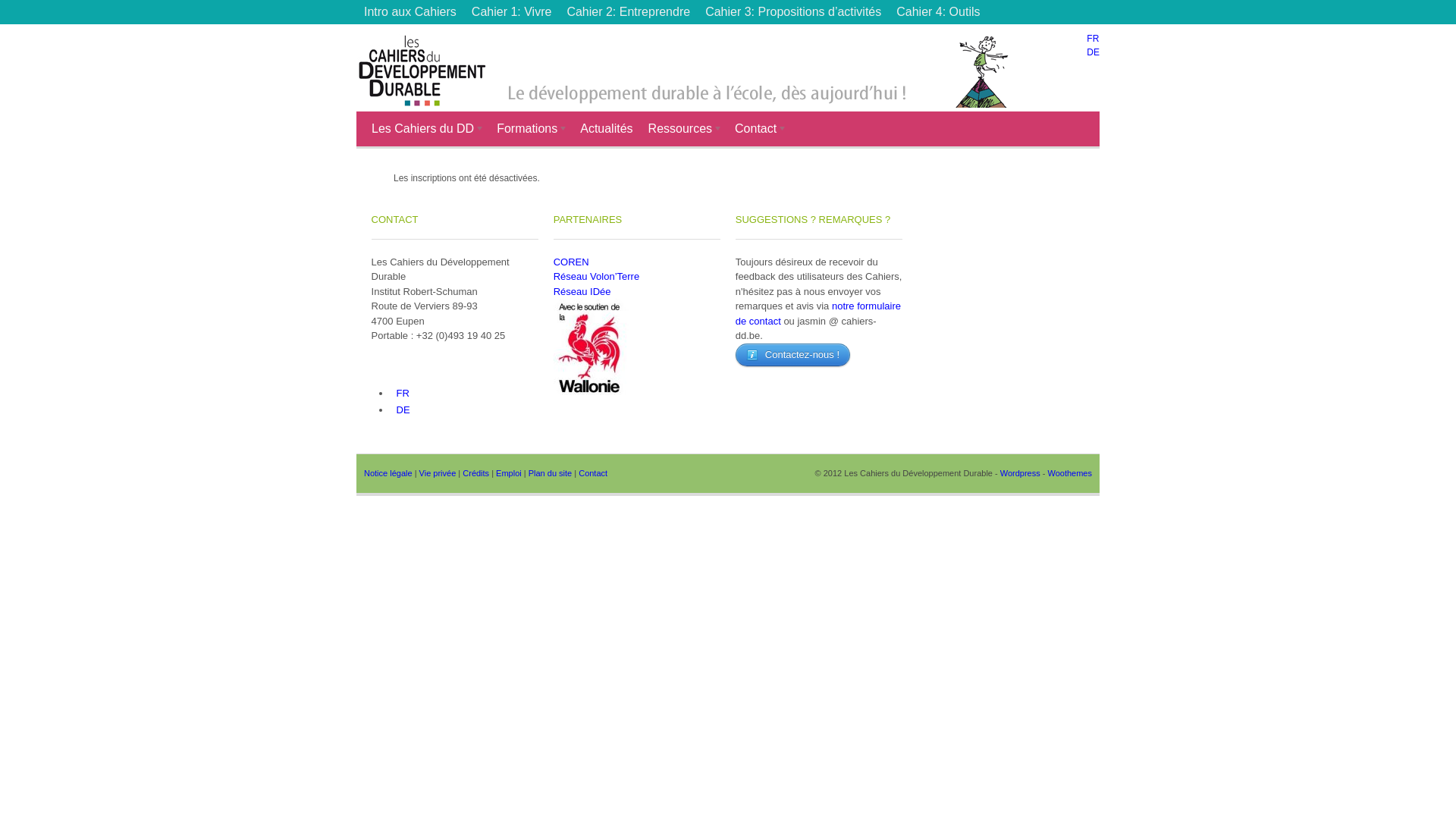 The height and width of the screenshot is (819, 1456). I want to click on 'Cahier 4: Outils', so click(888, 11).